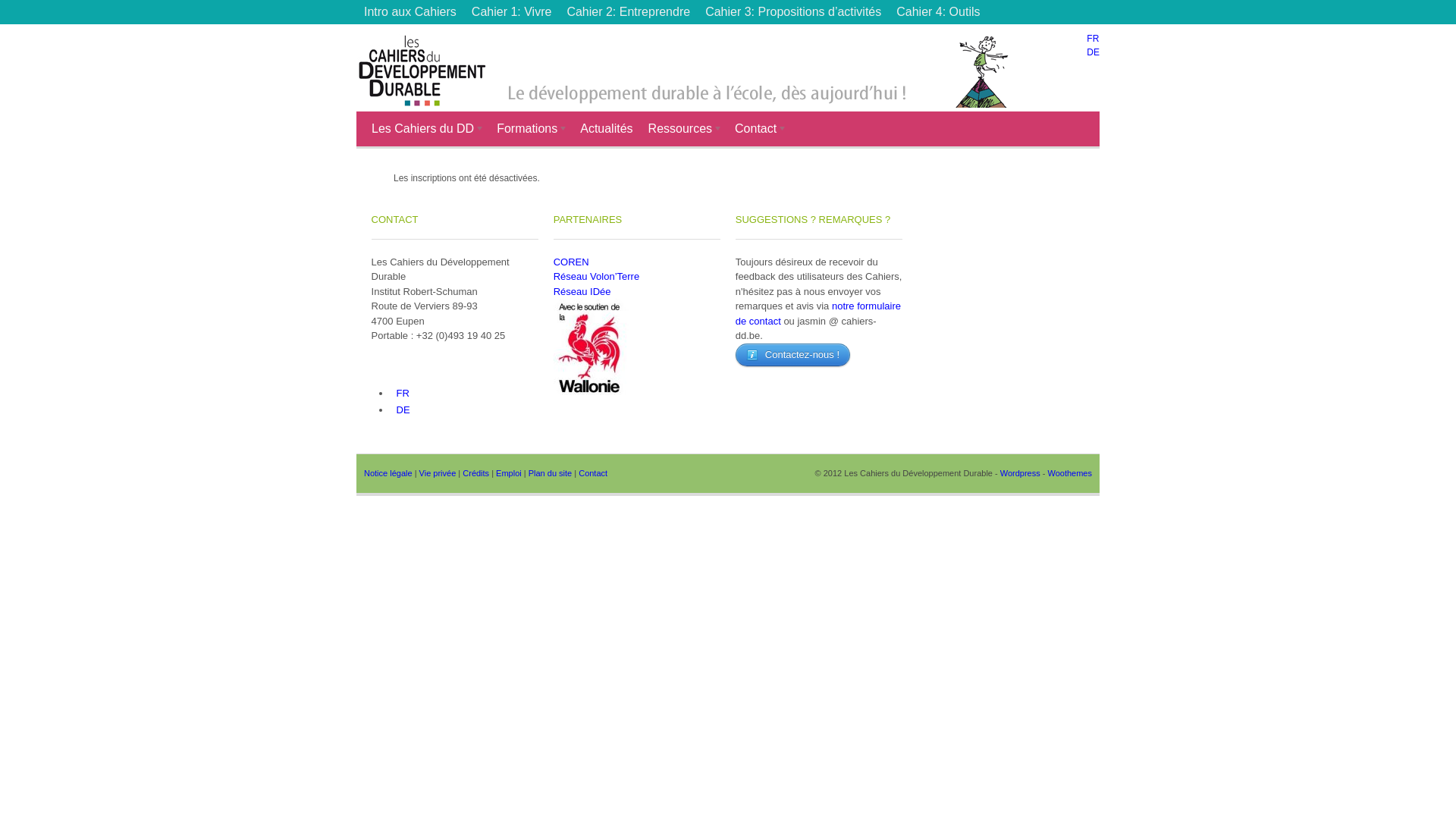 The height and width of the screenshot is (819, 1456). I want to click on 'Cahier 4: Outils', so click(888, 11).